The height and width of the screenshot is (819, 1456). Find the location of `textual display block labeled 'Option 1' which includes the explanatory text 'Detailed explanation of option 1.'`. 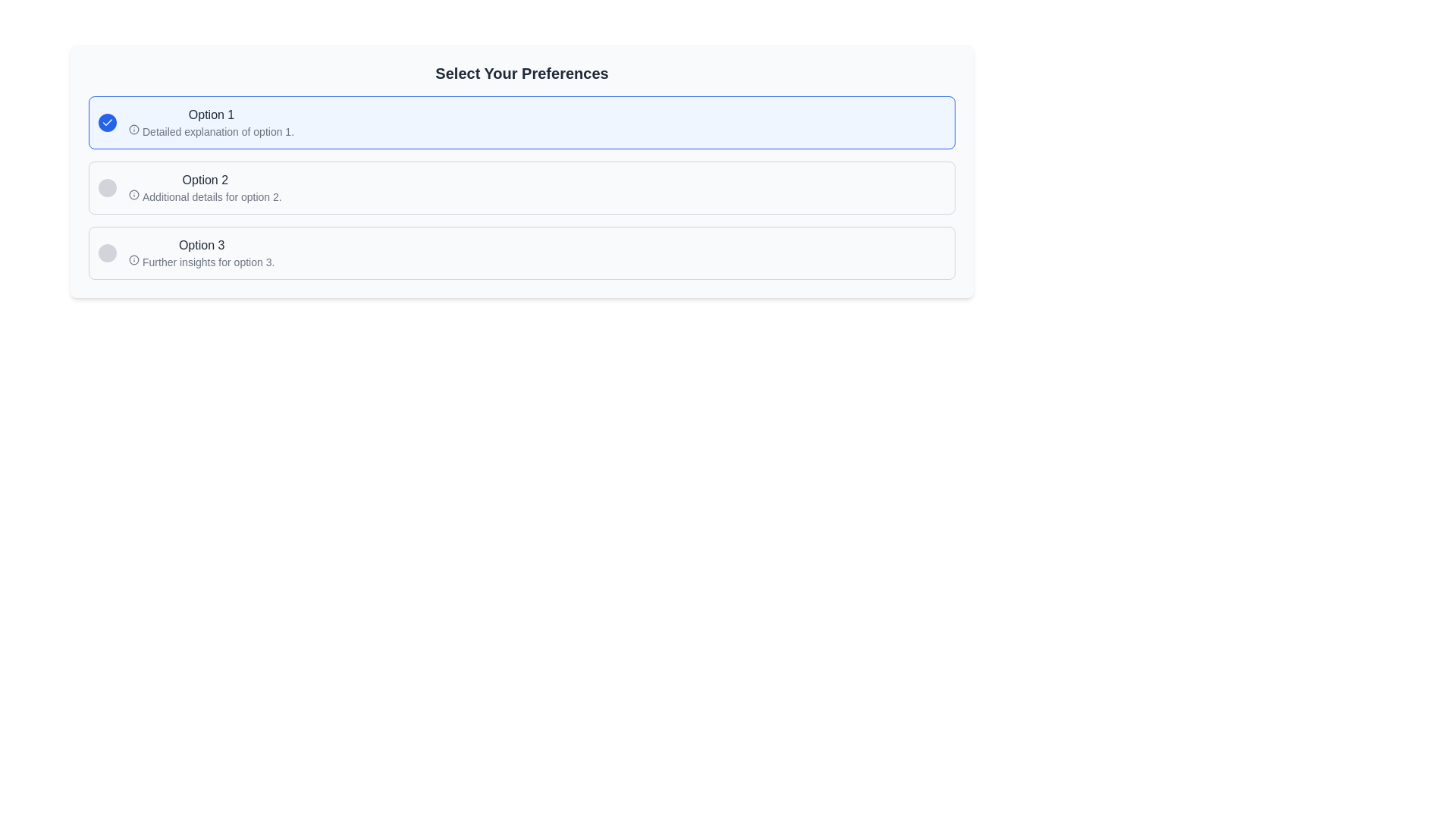

textual display block labeled 'Option 1' which includes the explanatory text 'Detailed explanation of option 1.' is located at coordinates (210, 122).